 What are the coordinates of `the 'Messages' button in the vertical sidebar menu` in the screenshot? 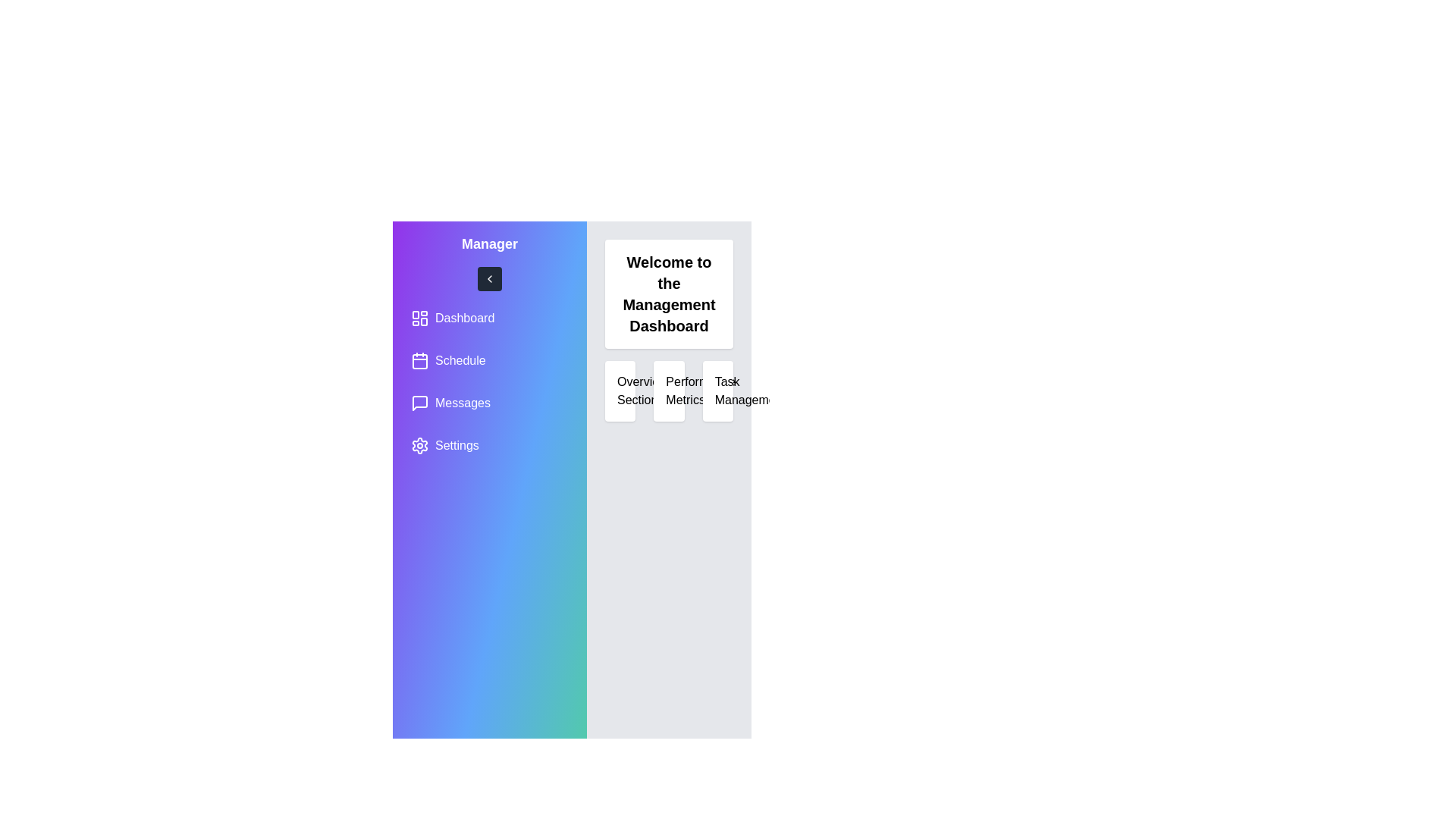 It's located at (490, 403).